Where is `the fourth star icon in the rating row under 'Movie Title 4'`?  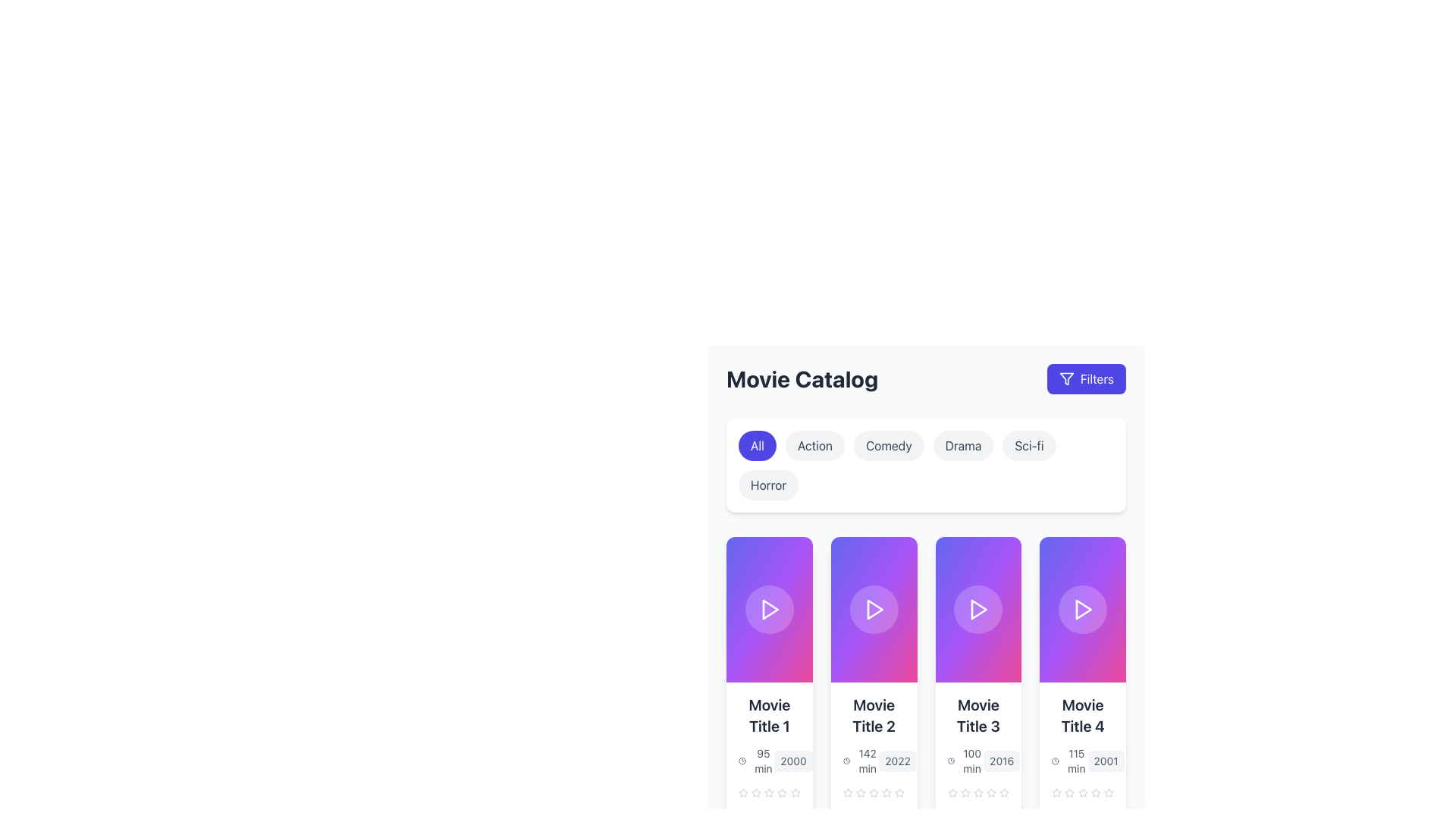
the fourth star icon in the rating row under 'Movie Title 4' is located at coordinates (1082, 792).